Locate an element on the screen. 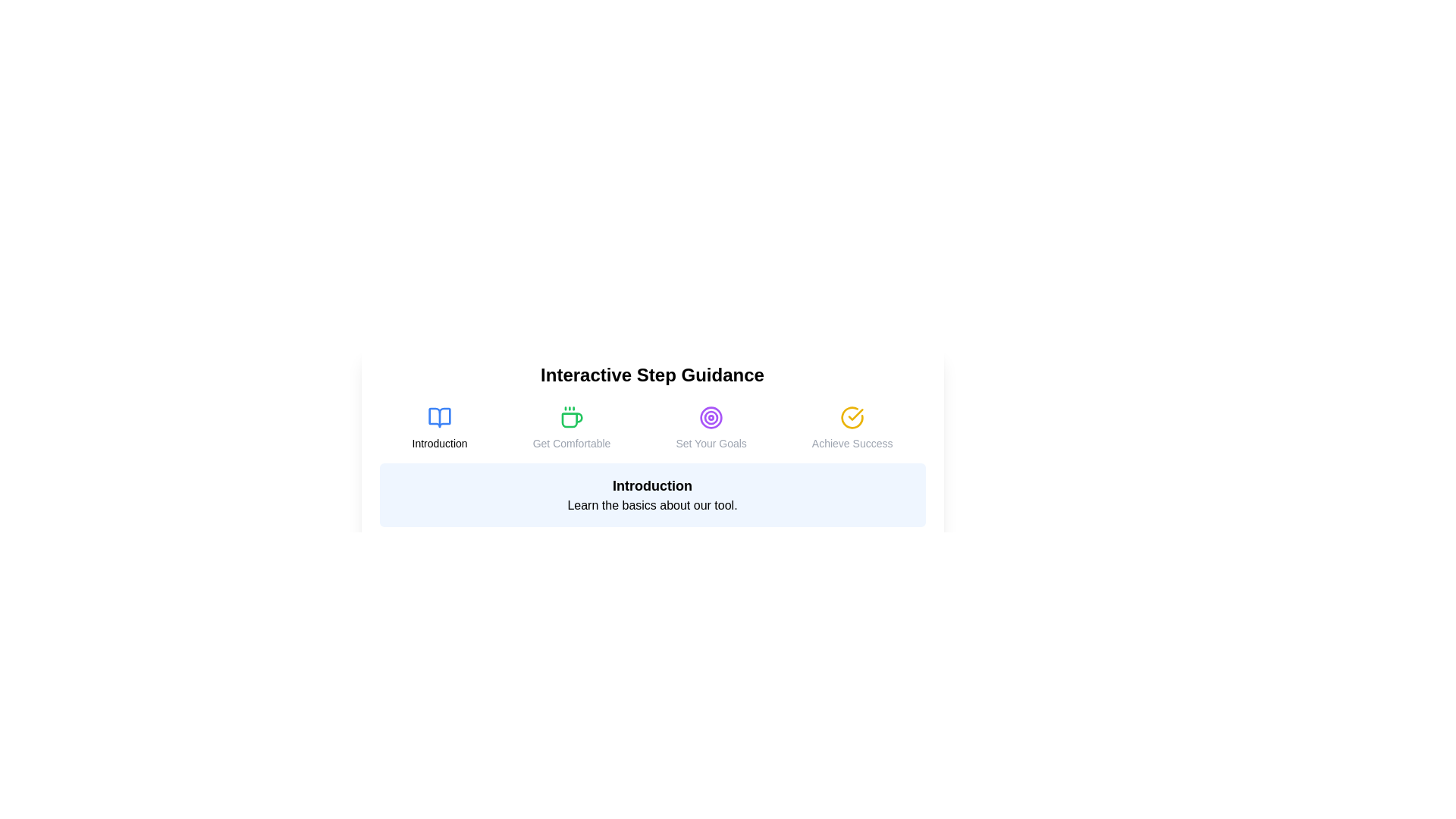  the 'Achieve Success' label with icon, which indicates a step in a multi-step process, located at the fourth position in a horizontally aligned group in the top-right section is located at coordinates (852, 428).